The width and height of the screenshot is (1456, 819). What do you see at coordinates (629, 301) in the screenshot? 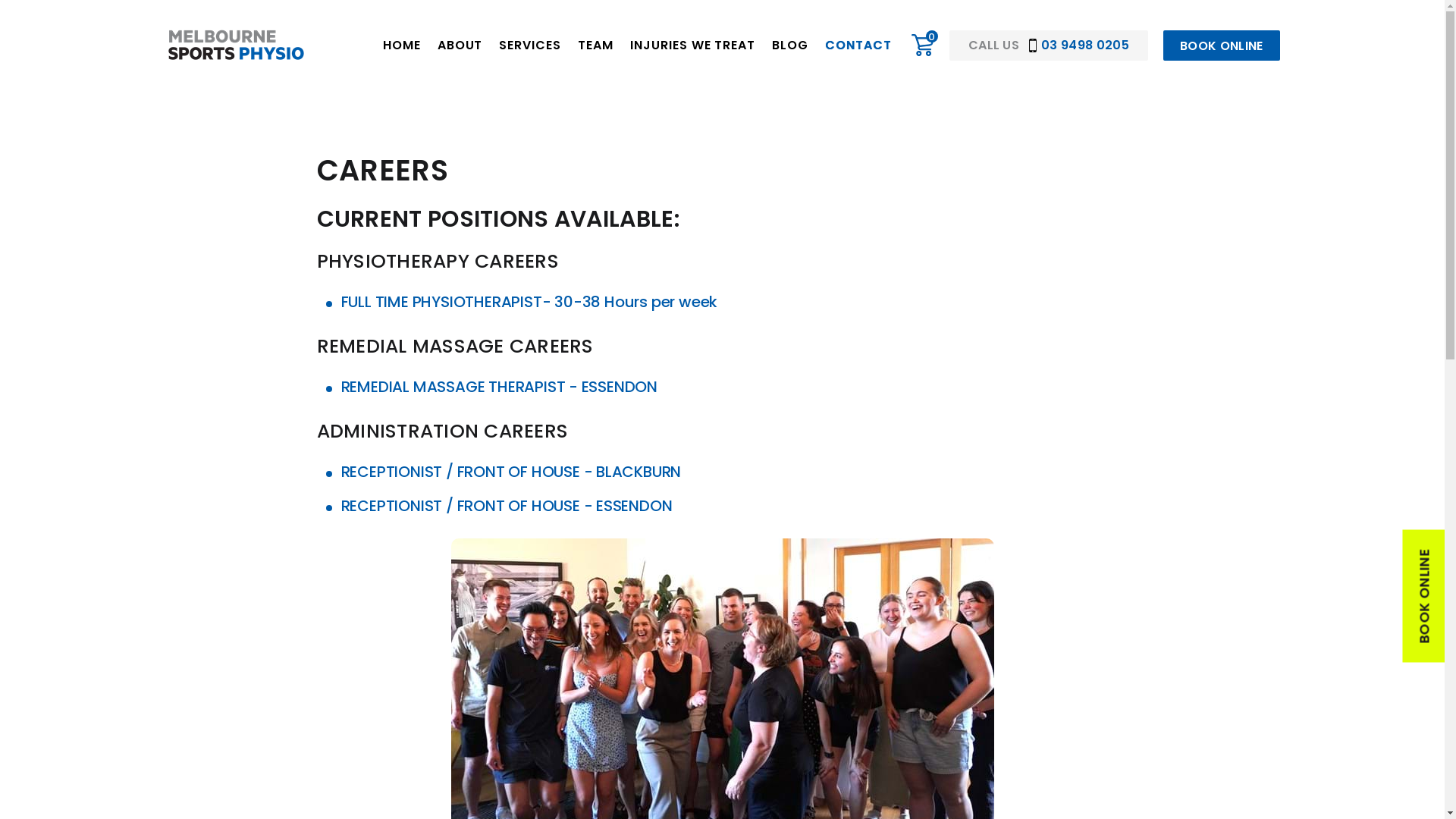
I see `'- 30-38 Hours per week'` at bounding box center [629, 301].